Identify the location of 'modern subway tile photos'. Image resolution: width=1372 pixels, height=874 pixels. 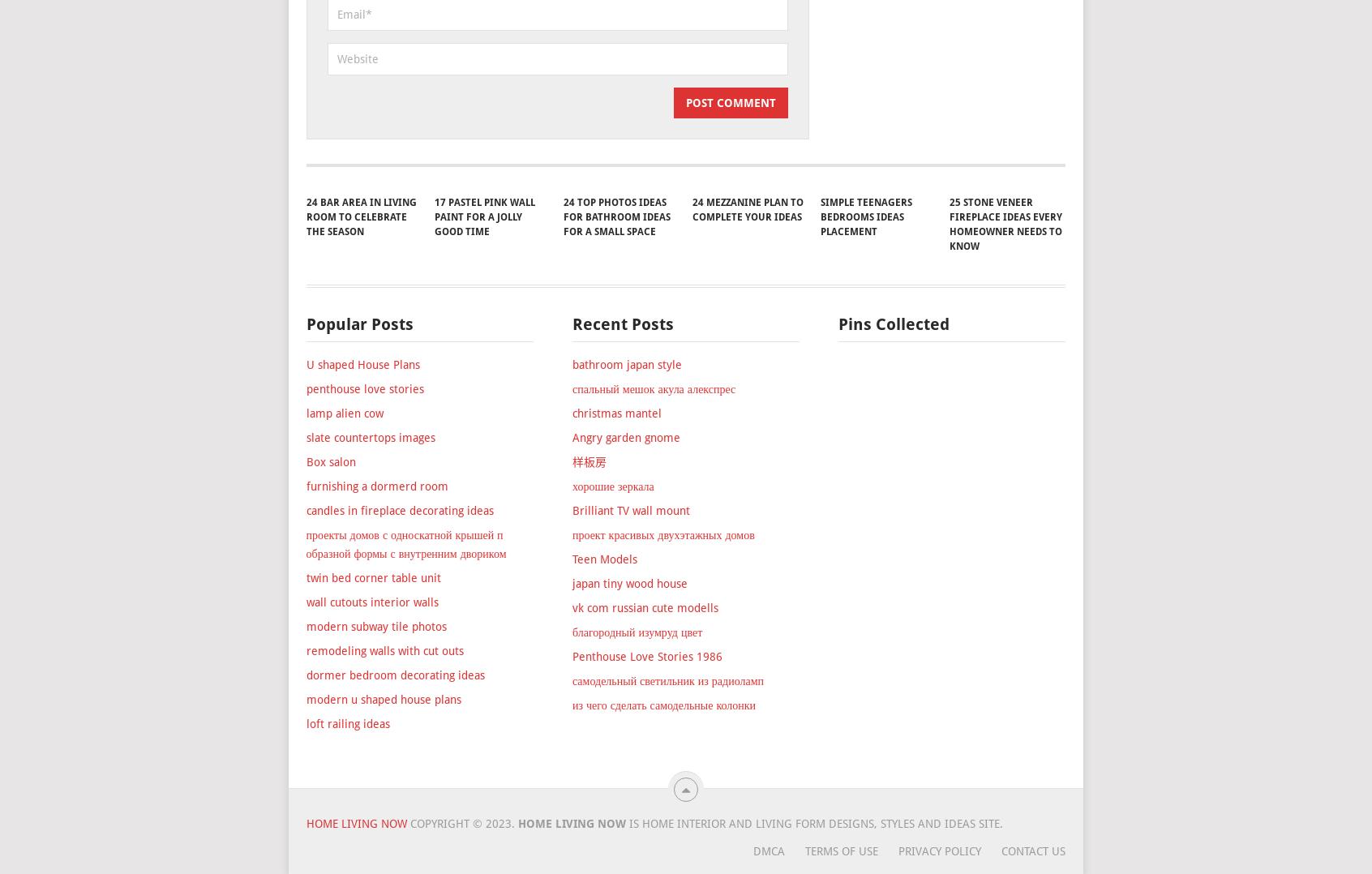
(375, 717).